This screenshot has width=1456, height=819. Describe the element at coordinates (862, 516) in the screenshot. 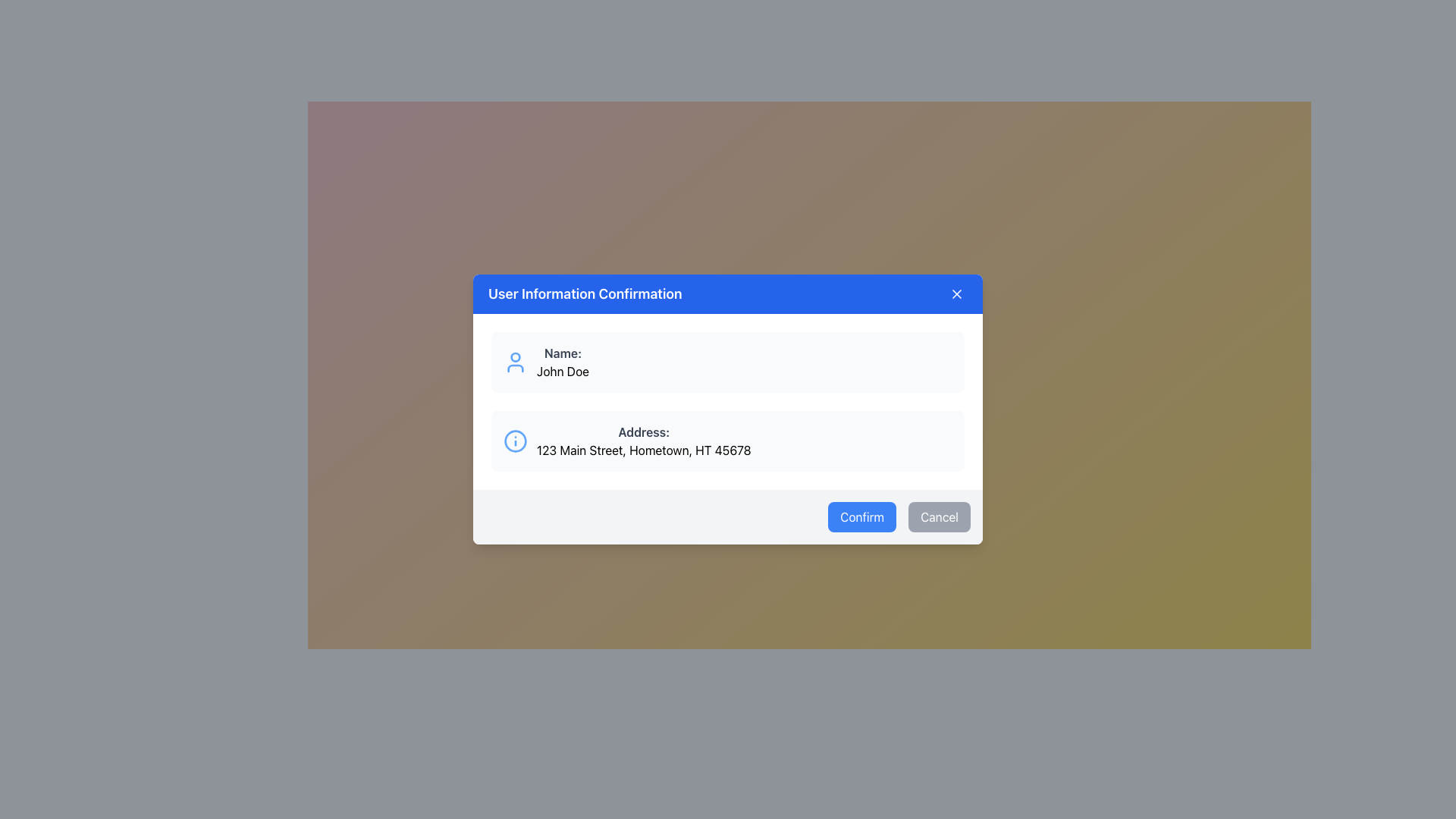

I see `the 'Confirm' button, which is a rectangular button with a blue background and white text, located at the bottom right of the interface` at that location.